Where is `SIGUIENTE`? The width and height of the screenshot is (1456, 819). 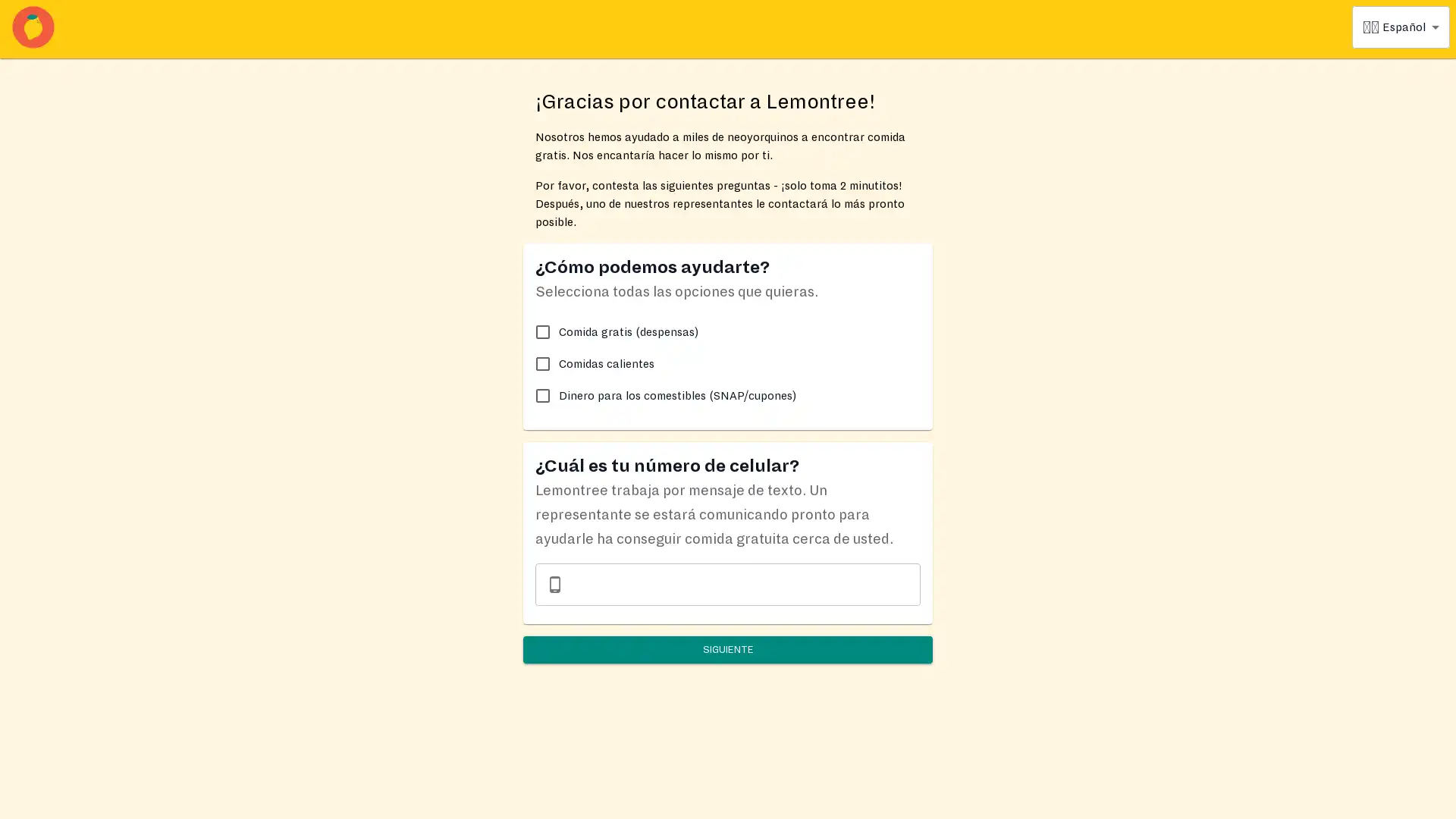 SIGUIENTE is located at coordinates (728, 648).